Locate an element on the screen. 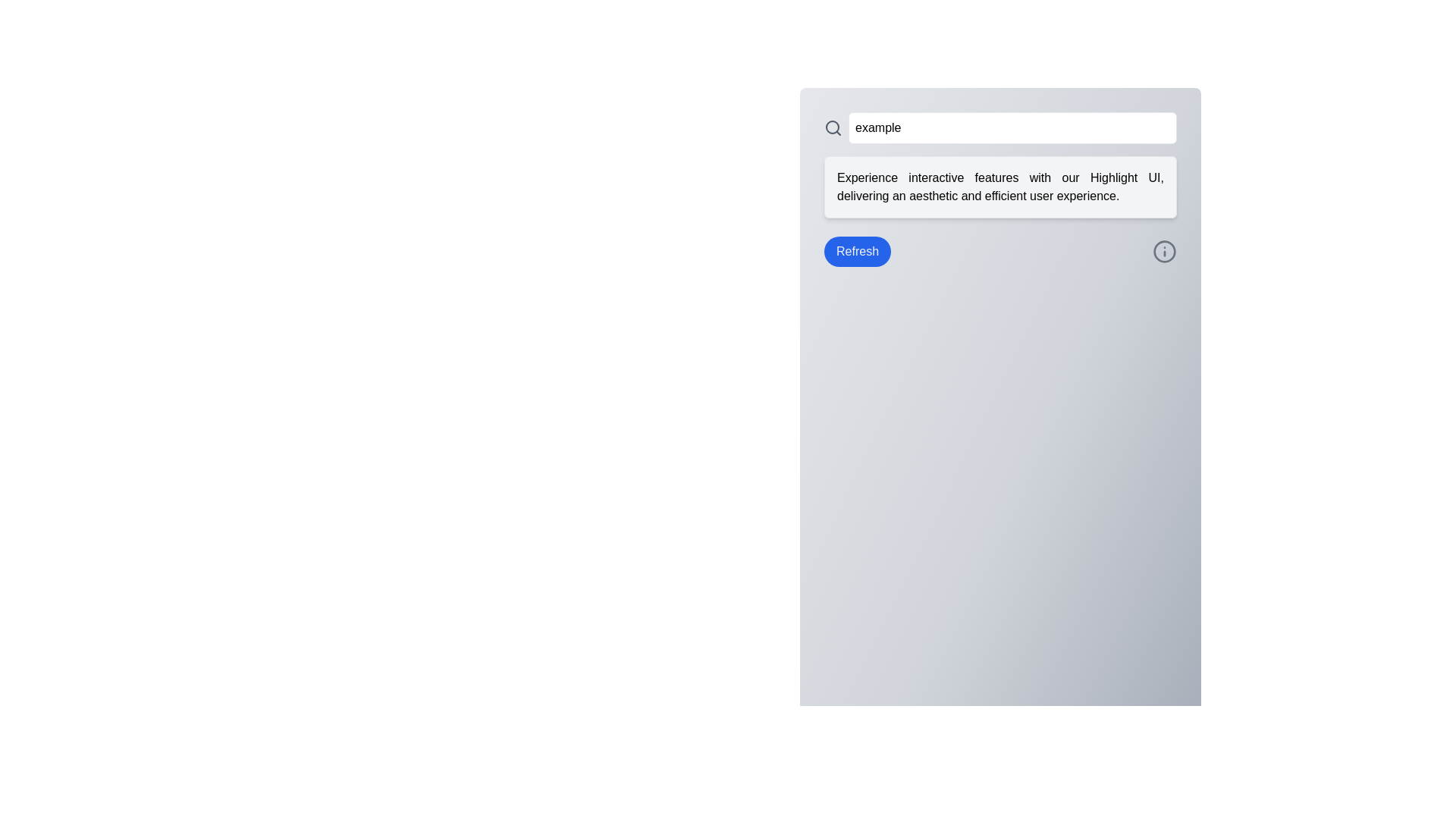  the 'Refresh' button, which is a pill-shaped button with white text on a blue background is located at coordinates (858, 250).